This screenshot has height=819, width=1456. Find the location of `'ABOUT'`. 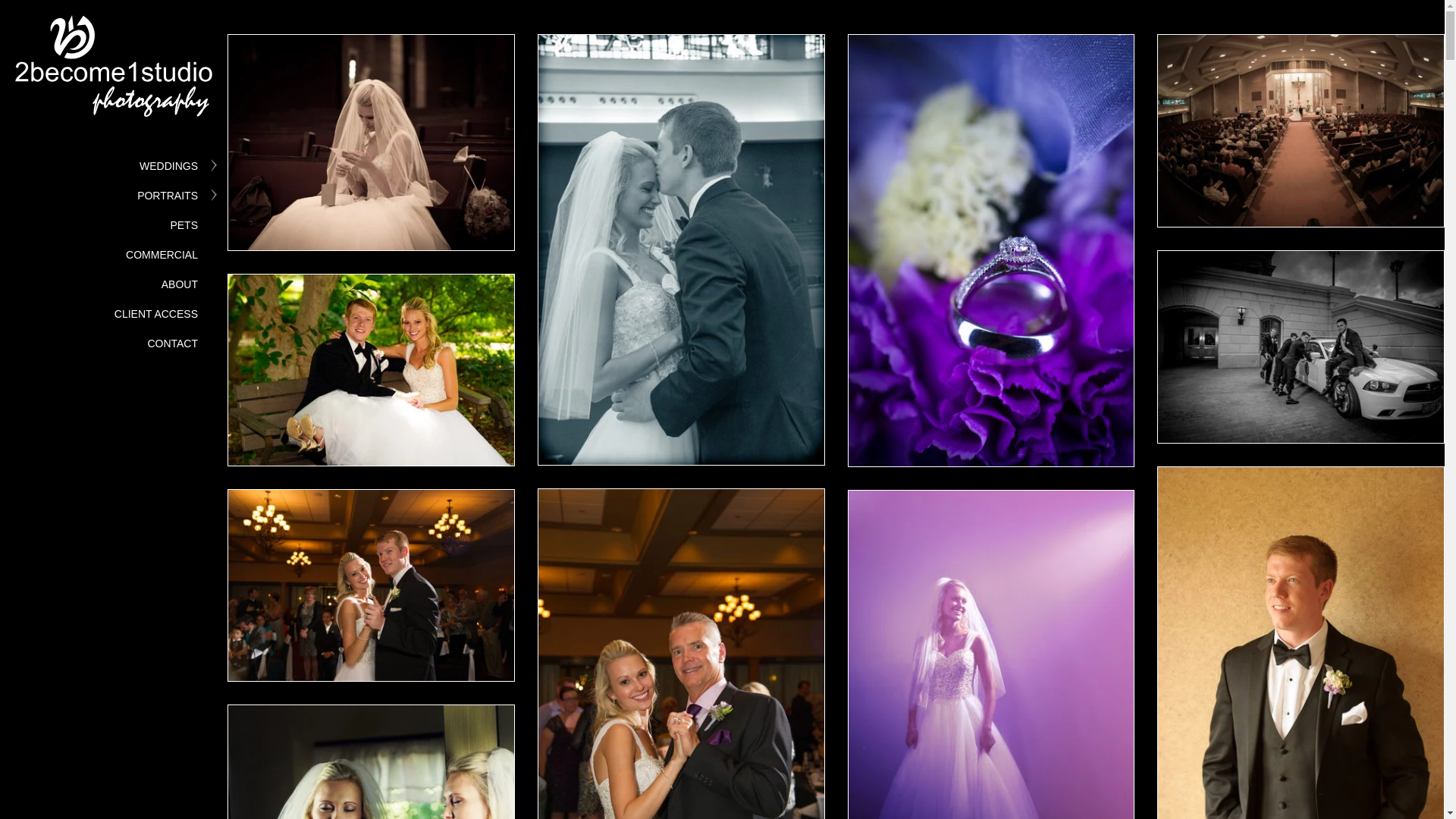

'ABOUT' is located at coordinates (179, 284).